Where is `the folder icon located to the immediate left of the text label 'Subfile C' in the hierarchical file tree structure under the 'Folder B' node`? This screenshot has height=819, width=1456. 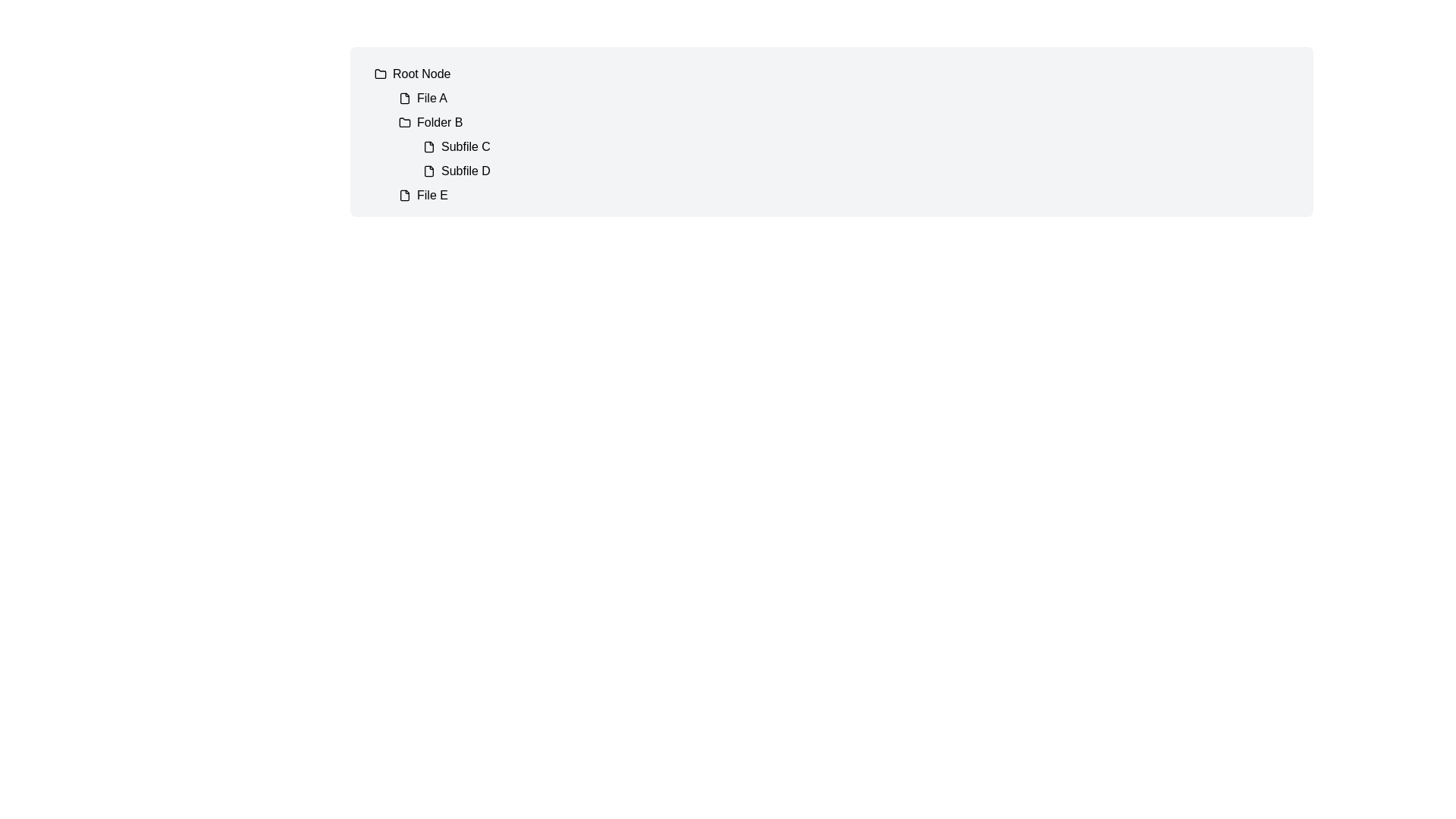
the folder icon located to the immediate left of the text label 'Subfile C' in the hierarchical file tree structure under the 'Folder B' node is located at coordinates (428, 146).